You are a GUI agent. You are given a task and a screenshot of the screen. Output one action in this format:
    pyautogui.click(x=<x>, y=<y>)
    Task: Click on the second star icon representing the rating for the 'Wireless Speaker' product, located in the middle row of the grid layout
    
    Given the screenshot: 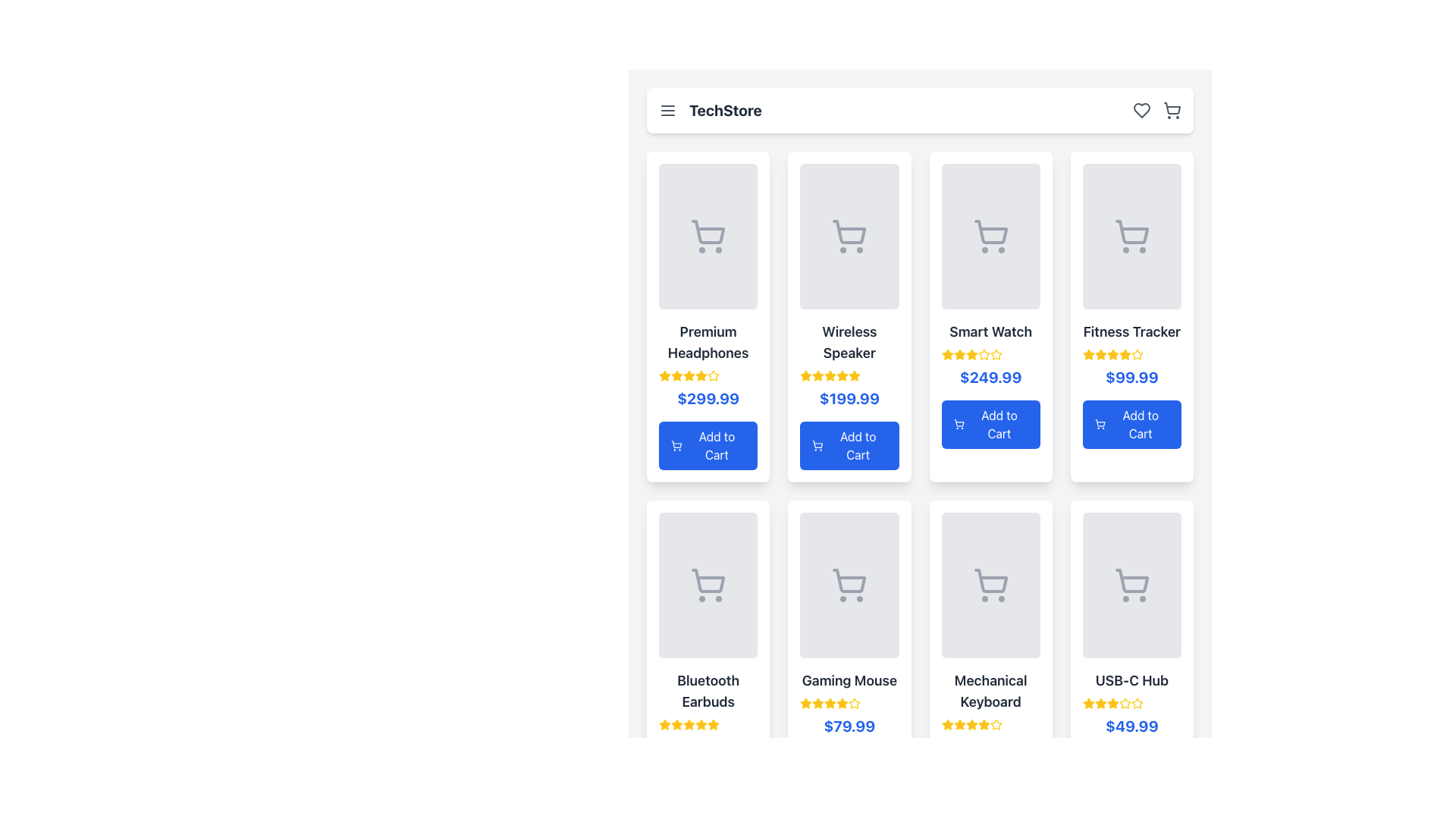 What is the action you would take?
    pyautogui.click(x=817, y=375)
    